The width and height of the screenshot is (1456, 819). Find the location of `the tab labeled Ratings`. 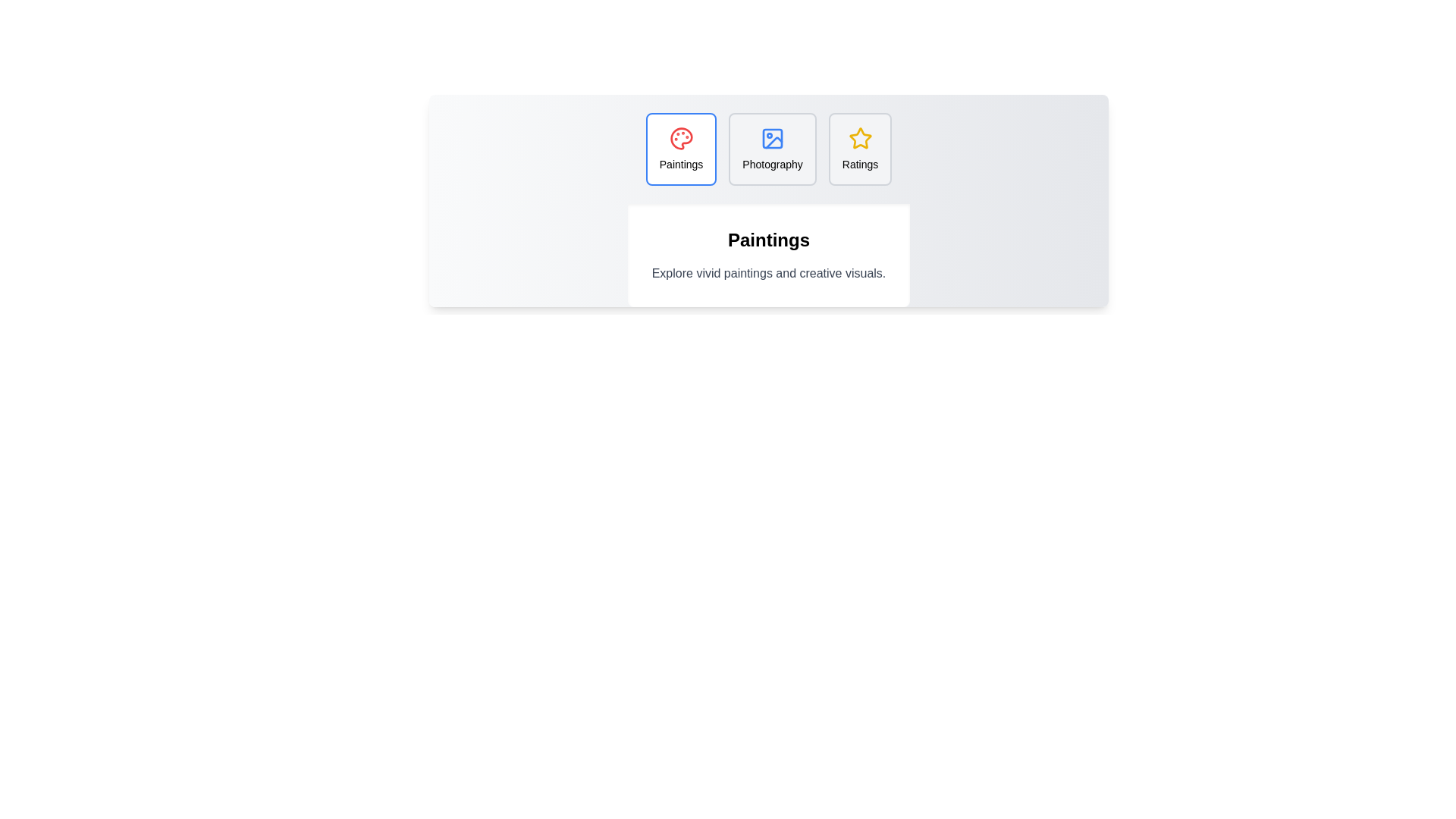

the tab labeled Ratings is located at coordinates (859, 149).